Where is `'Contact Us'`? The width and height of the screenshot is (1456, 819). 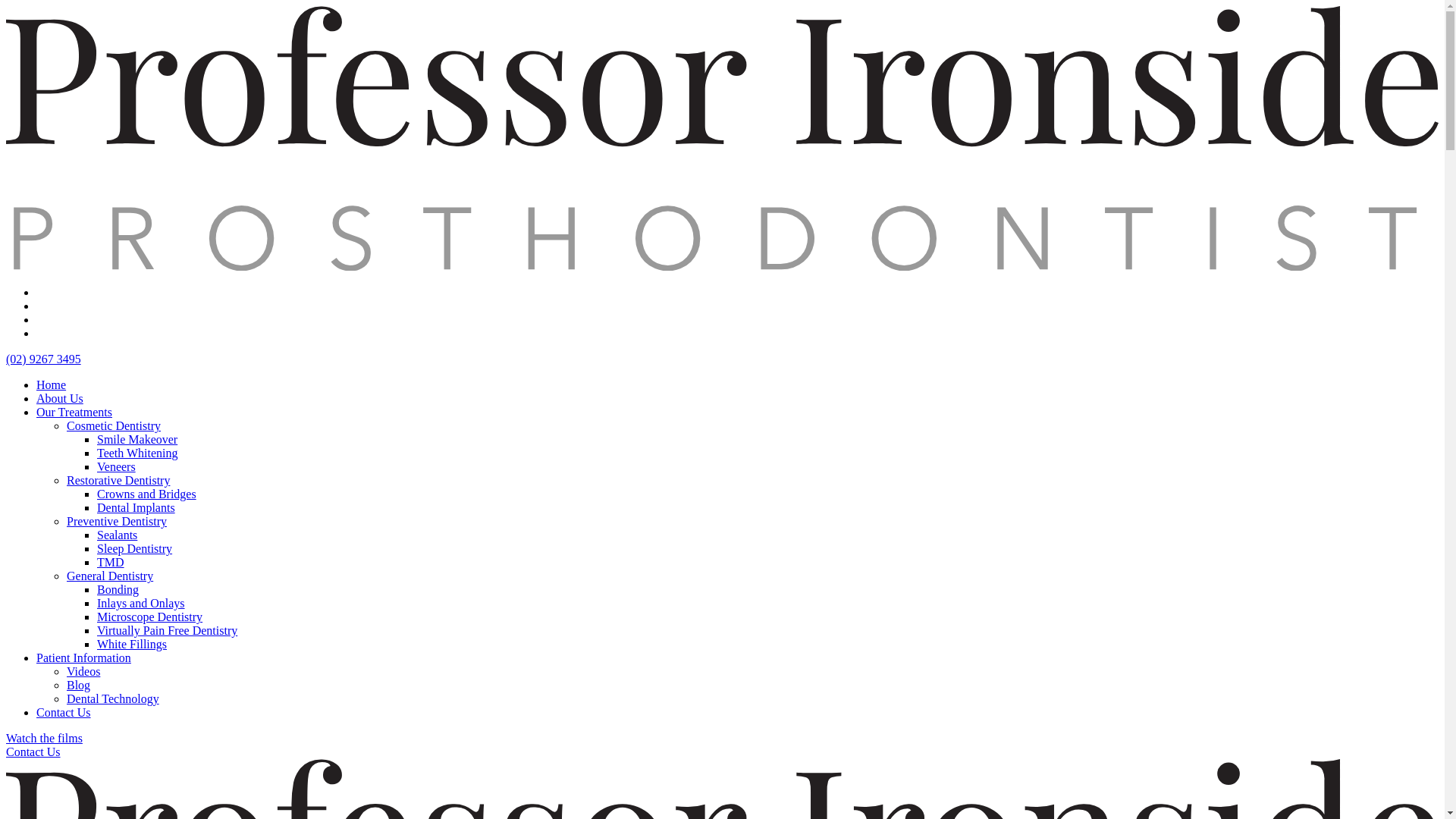
'Contact Us' is located at coordinates (62, 712).